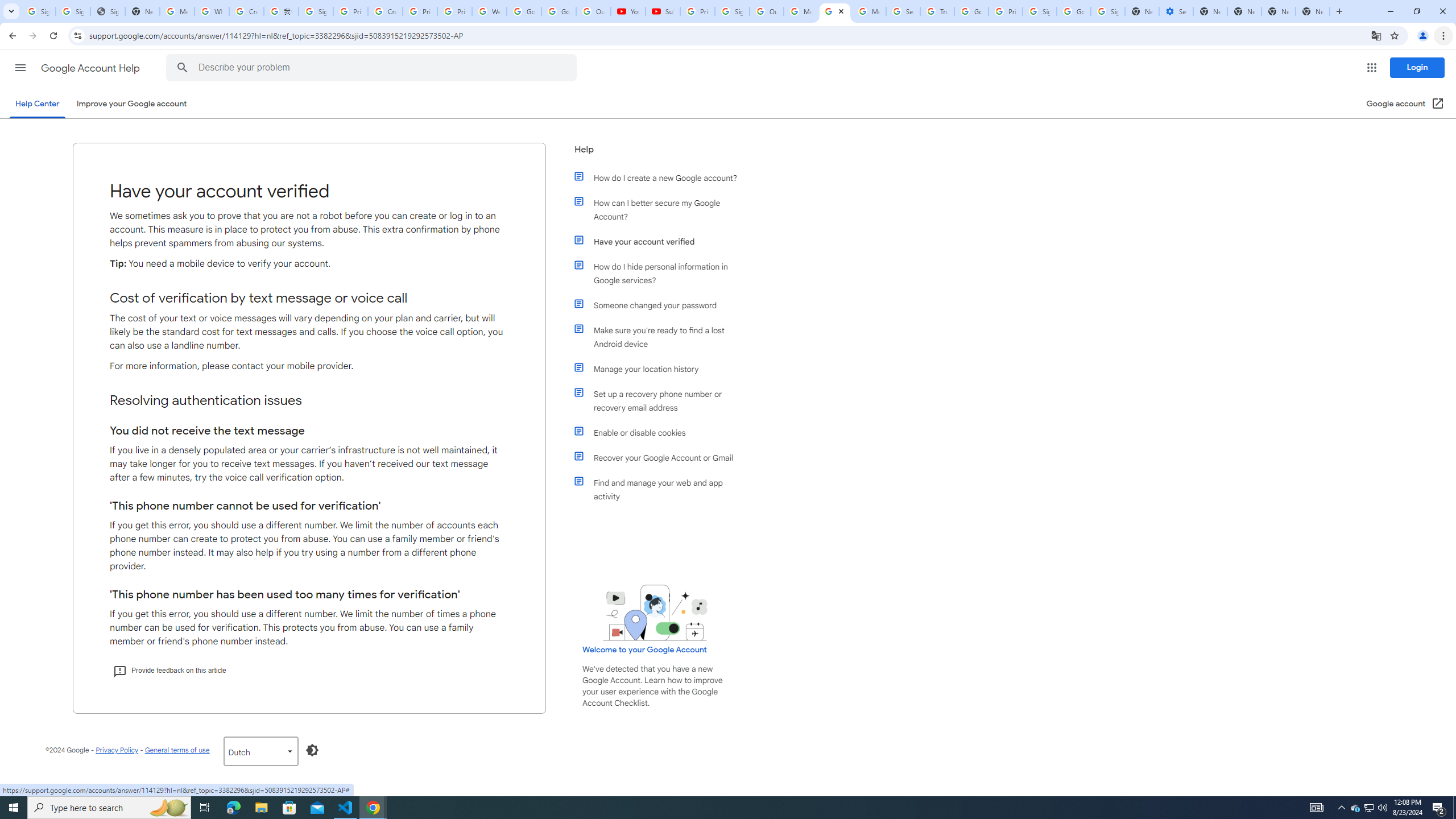 The height and width of the screenshot is (819, 1456). I want to click on 'Enable or disable cookies', so click(661, 433).